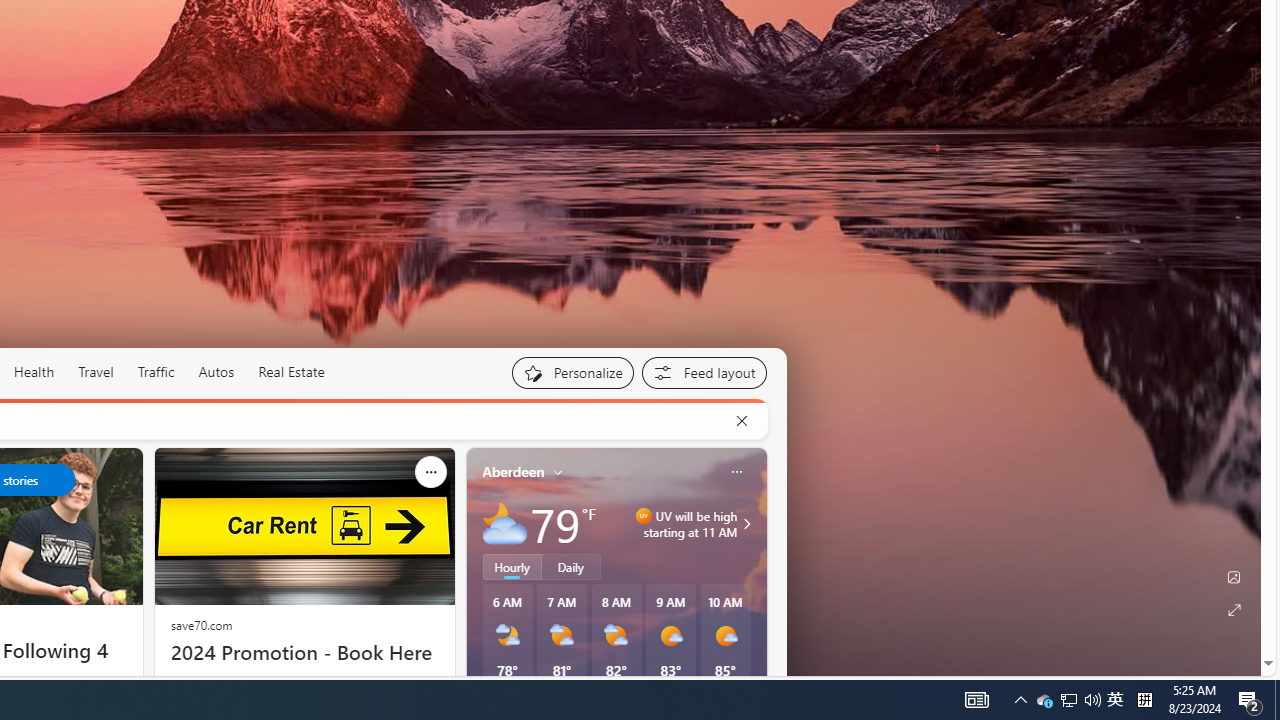 The height and width of the screenshot is (720, 1280). I want to click on 'UV will be high starting at 11 AM', so click(743, 522).